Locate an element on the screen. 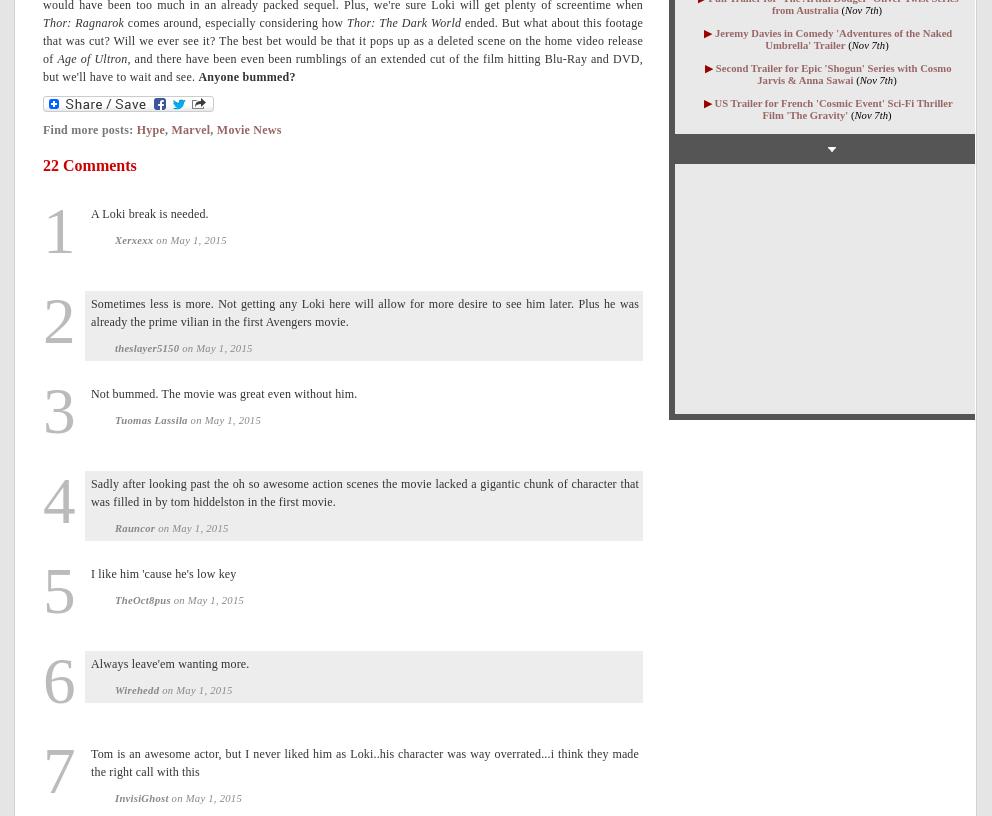 The width and height of the screenshot is (992, 816). 'ended. But what about this footage that was cut? Will we ever see it? The best bet would be that it pops up as a deleted scene on the home video release of' is located at coordinates (342, 38).